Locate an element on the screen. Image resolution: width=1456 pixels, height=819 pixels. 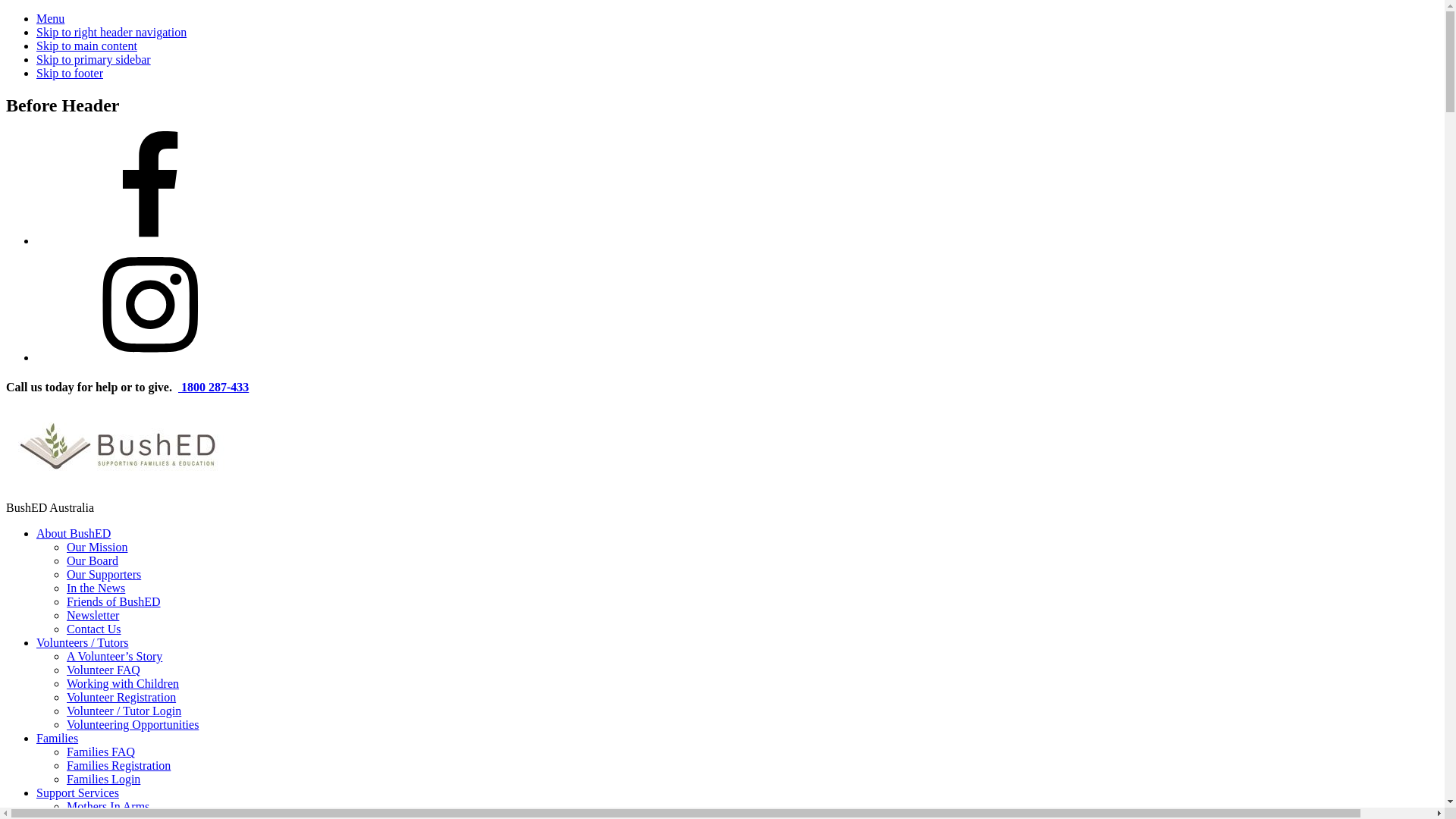
'Volunteering Opportunities' is located at coordinates (65, 723).